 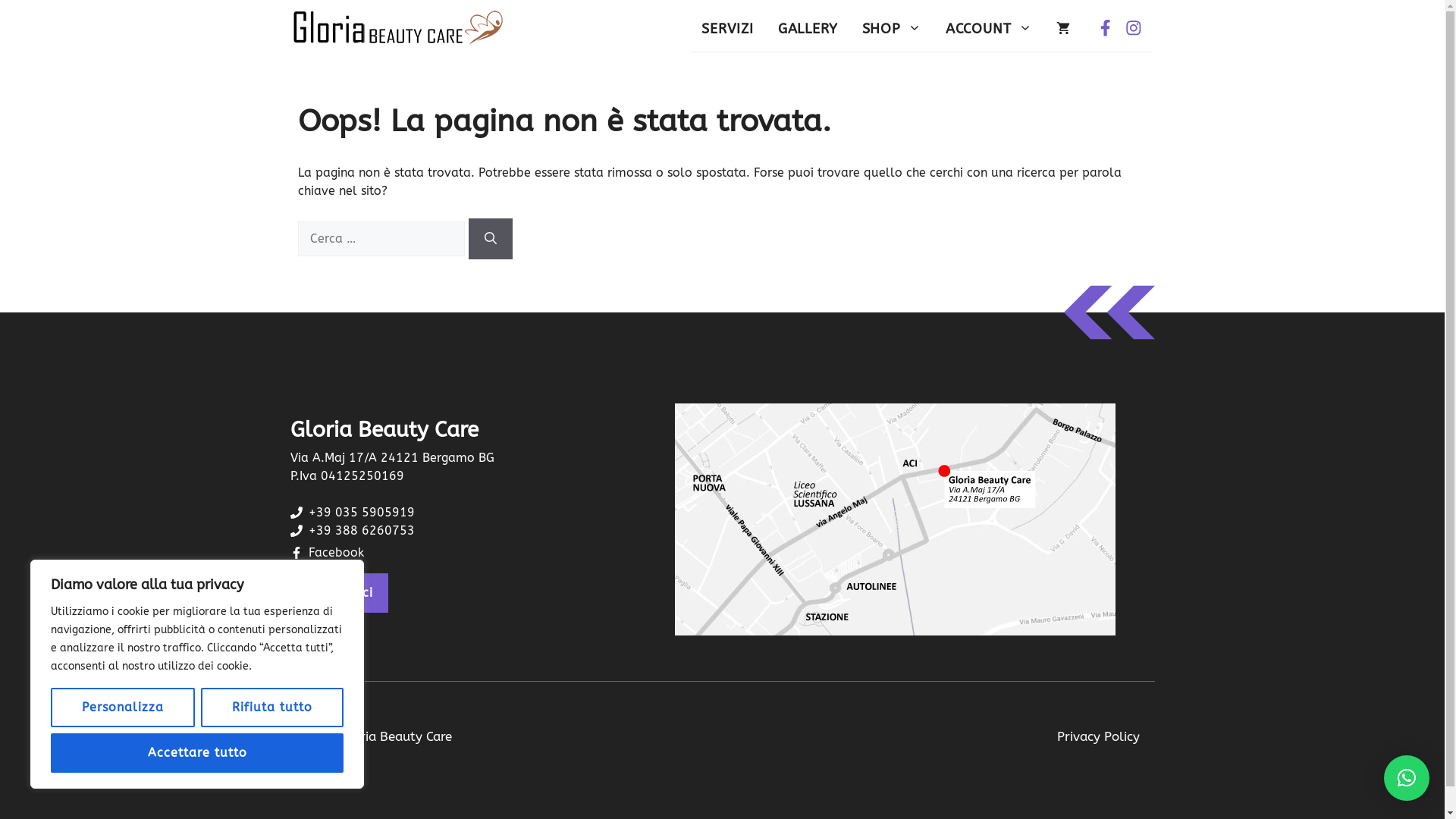 What do you see at coordinates (807, 29) in the screenshot?
I see `'GALLERY'` at bounding box center [807, 29].